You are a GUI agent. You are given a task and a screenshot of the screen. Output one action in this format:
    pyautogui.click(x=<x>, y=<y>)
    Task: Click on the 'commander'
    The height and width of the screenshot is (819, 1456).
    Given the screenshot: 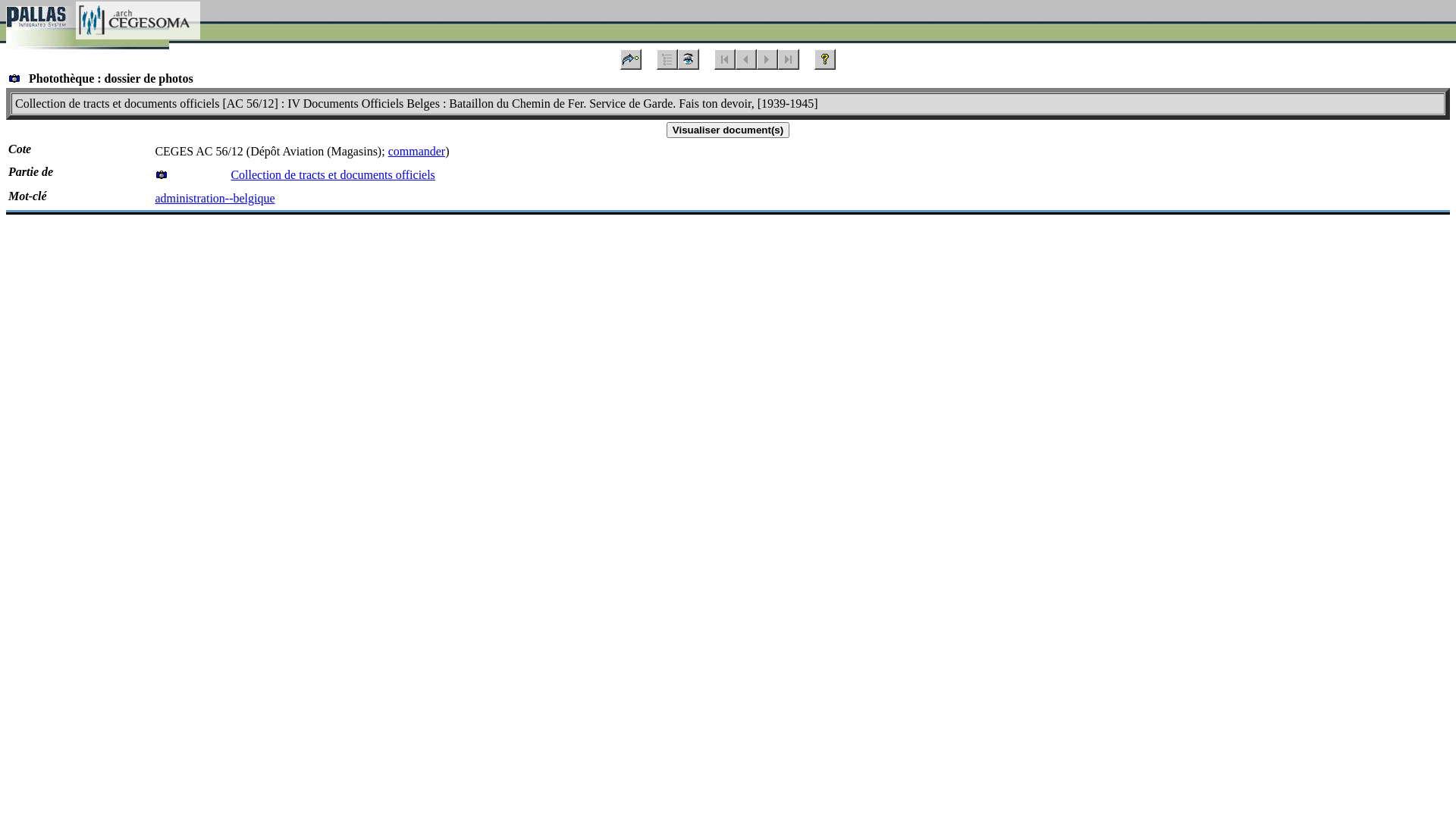 What is the action you would take?
    pyautogui.click(x=417, y=151)
    